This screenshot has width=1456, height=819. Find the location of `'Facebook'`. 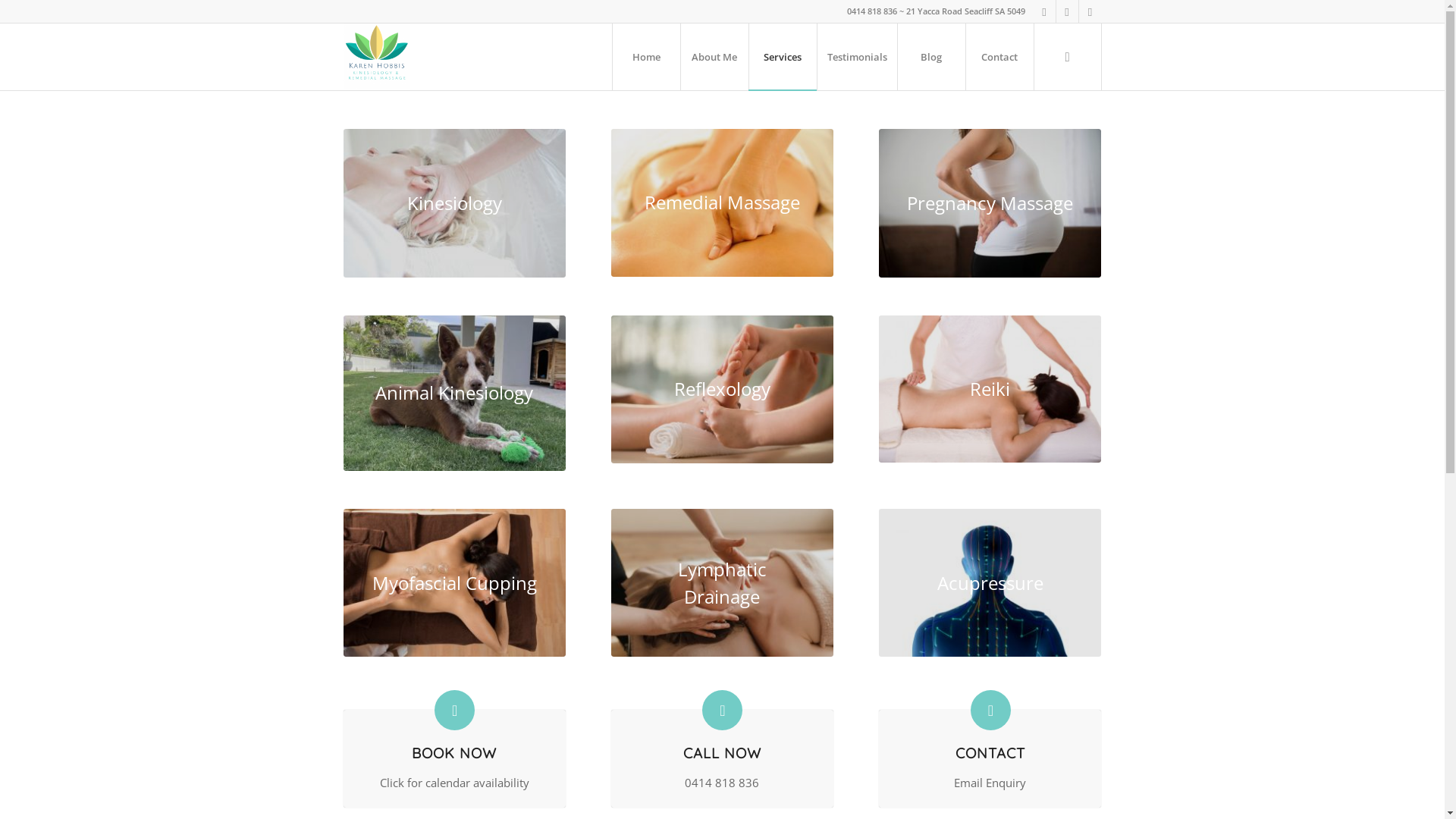

'Facebook' is located at coordinates (1043, 11).